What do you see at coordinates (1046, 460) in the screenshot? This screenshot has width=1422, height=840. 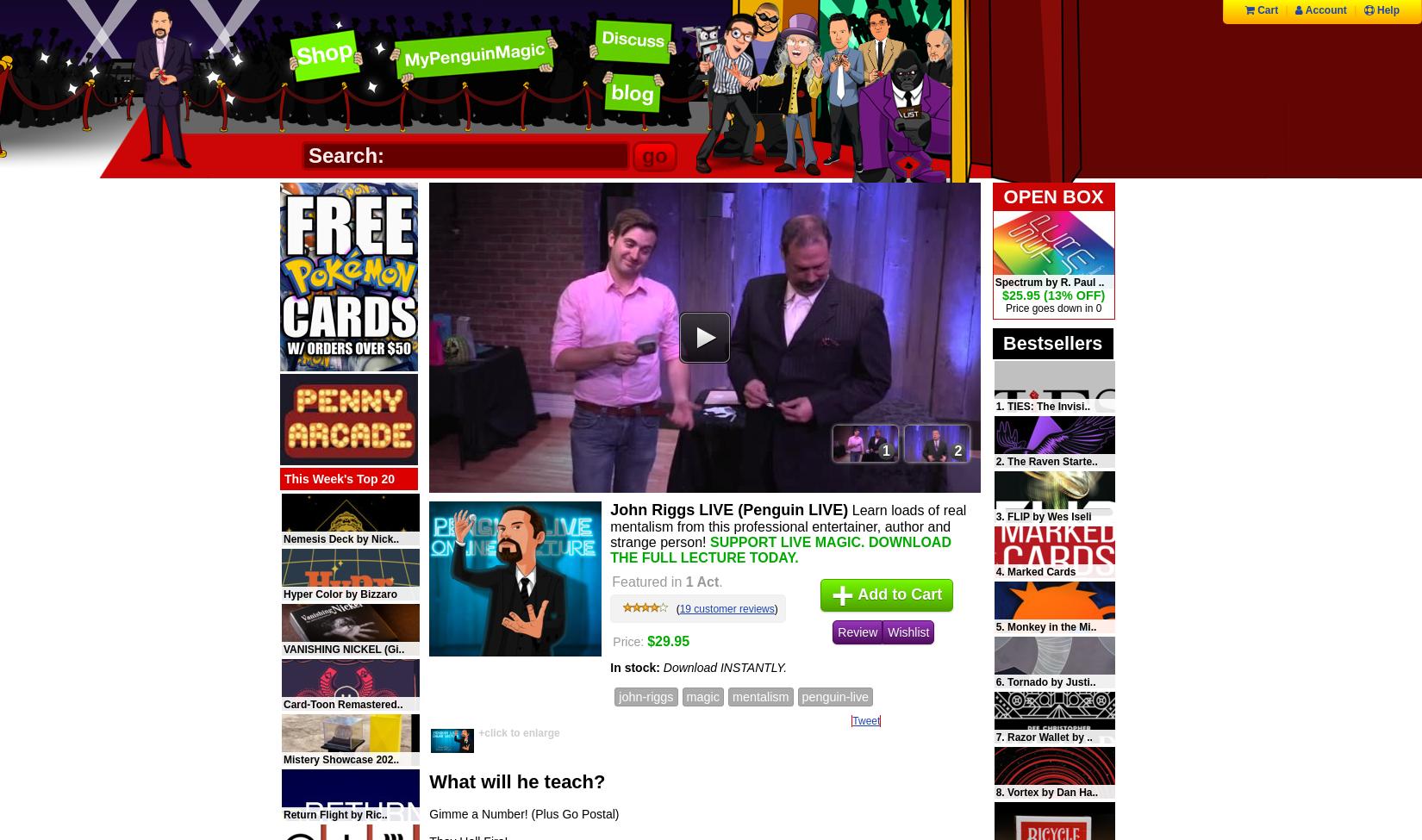 I see `'2. The Raven Starte..'` at bounding box center [1046, 460].